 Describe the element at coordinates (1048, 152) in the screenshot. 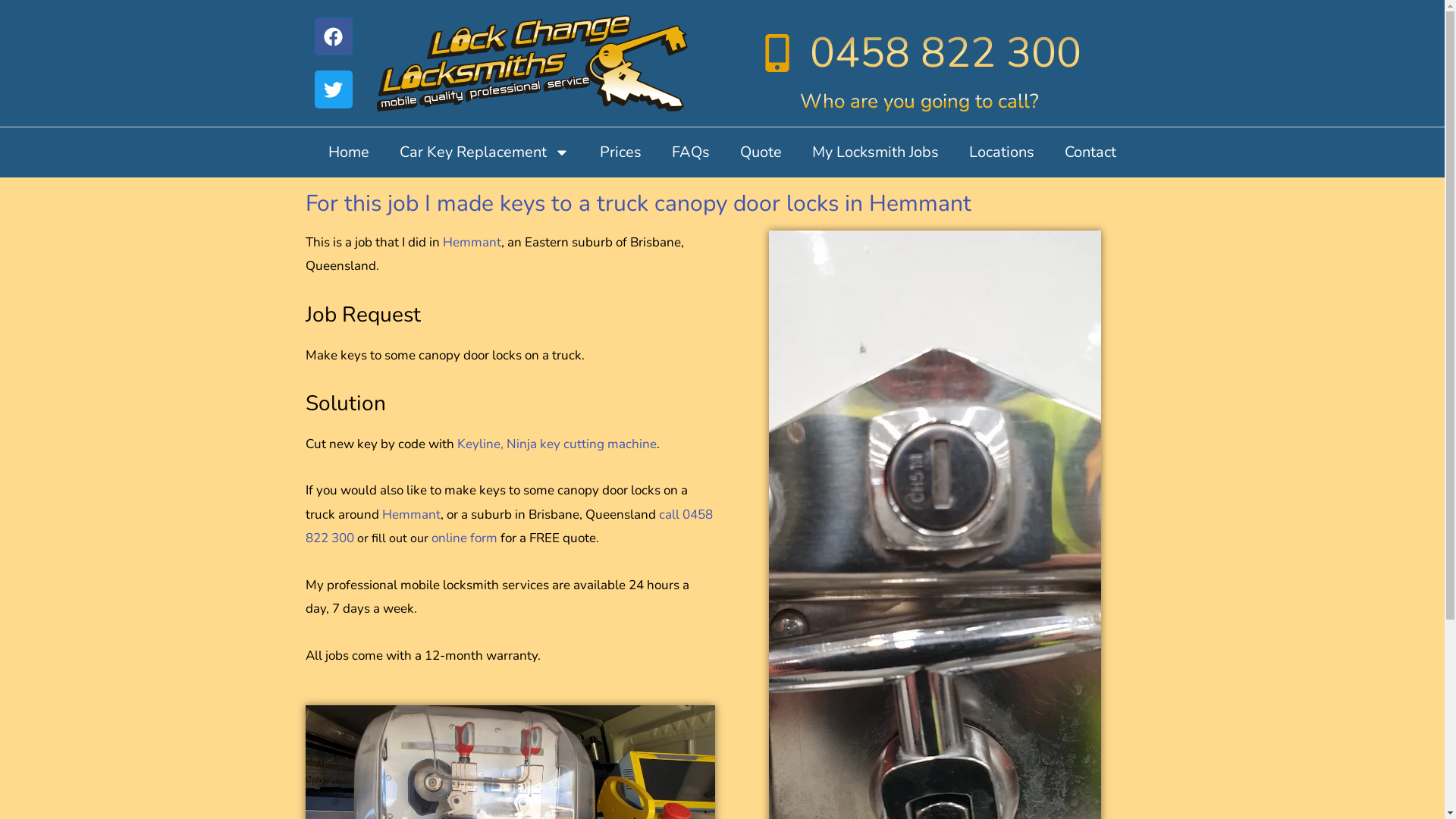

I see `'Contact'` at that location.